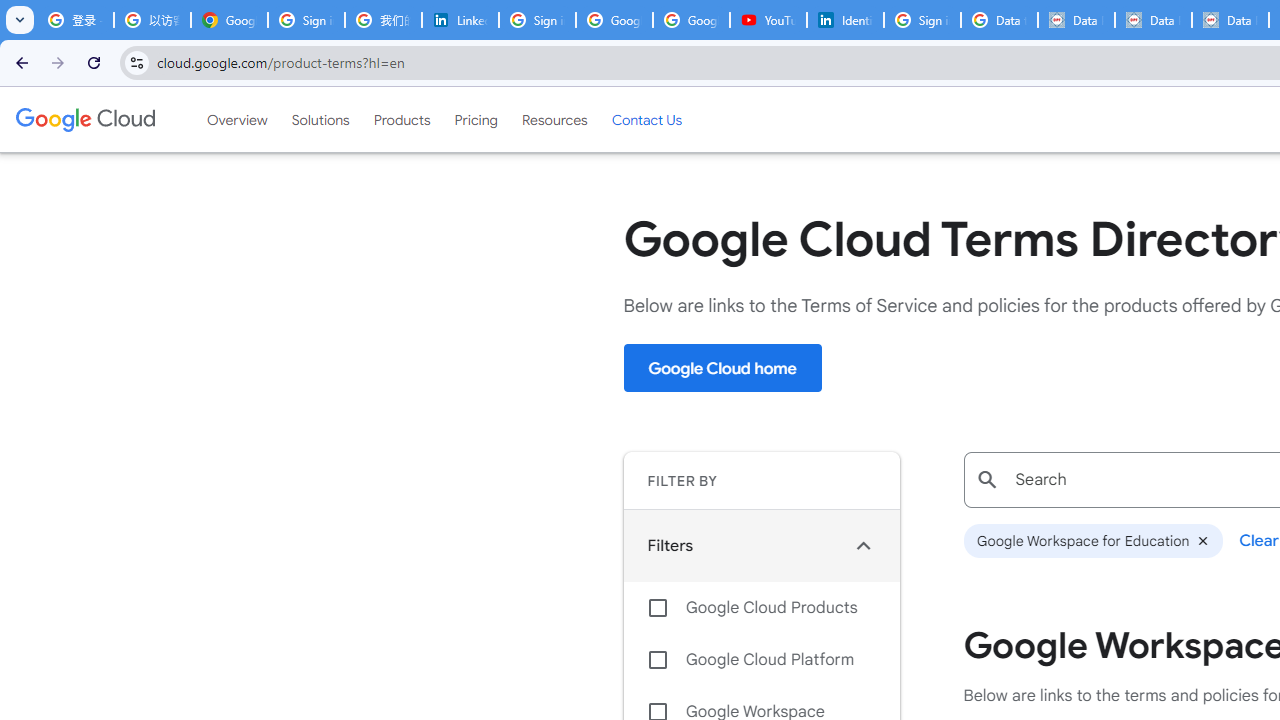 This screenshot has width=1280, height=720. Describe the element at coordinates (459, 20) in the screenshot. I see `'LinkedIn Privacy Policy'` at that location.